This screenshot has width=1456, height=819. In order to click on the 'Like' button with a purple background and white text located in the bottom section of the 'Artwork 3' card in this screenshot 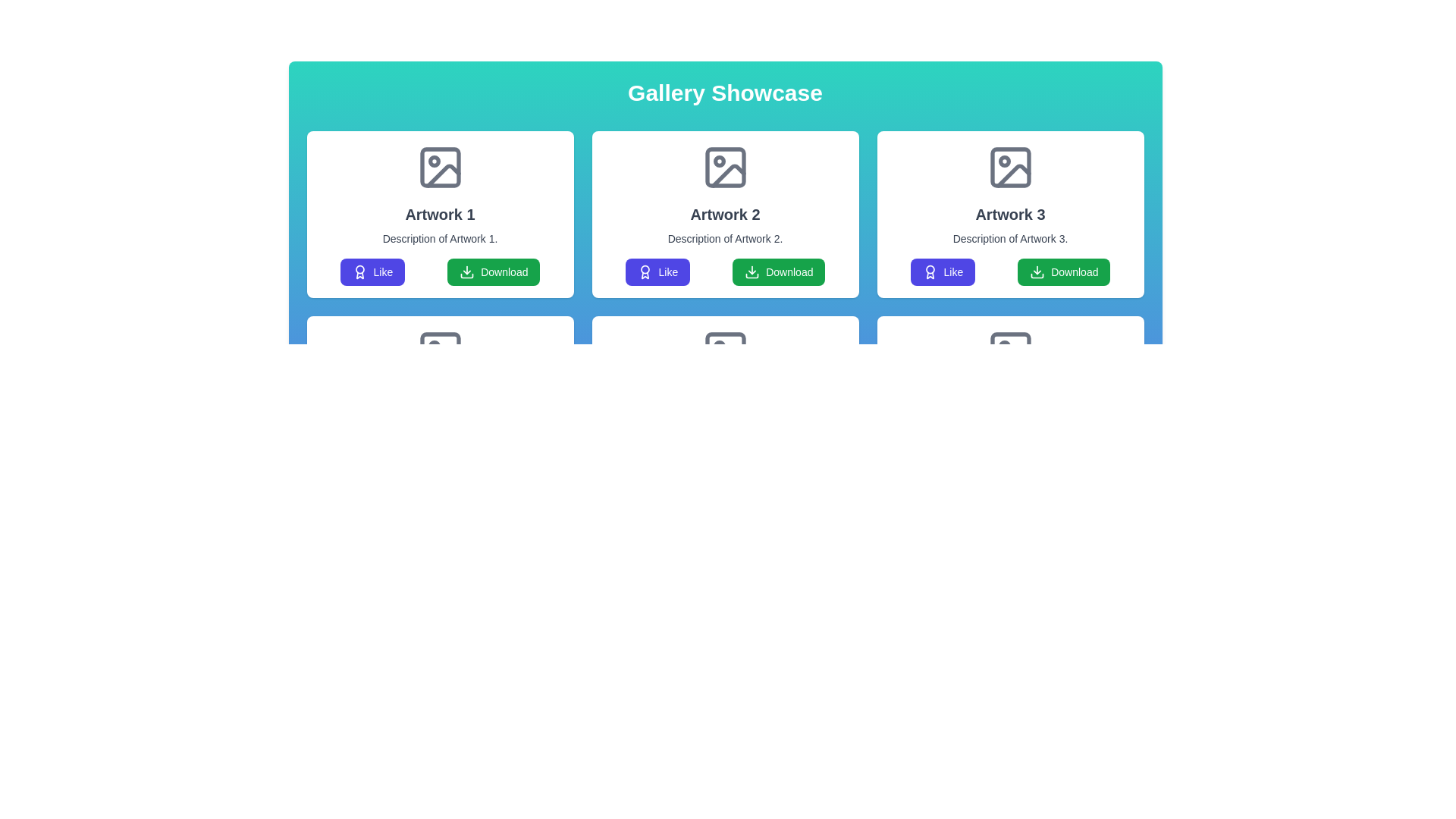, I will do `click(942, 271)`.